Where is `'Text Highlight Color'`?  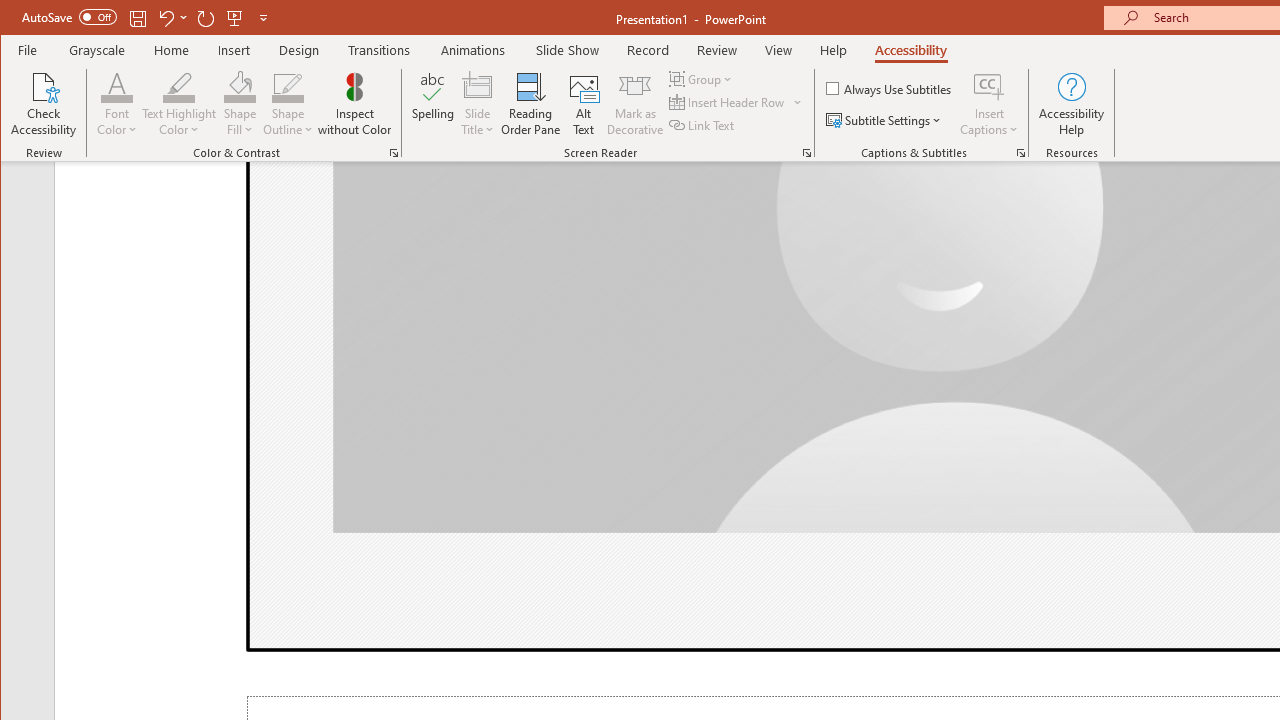 'Text Highlight Color' is located at coordinates (179, 85).